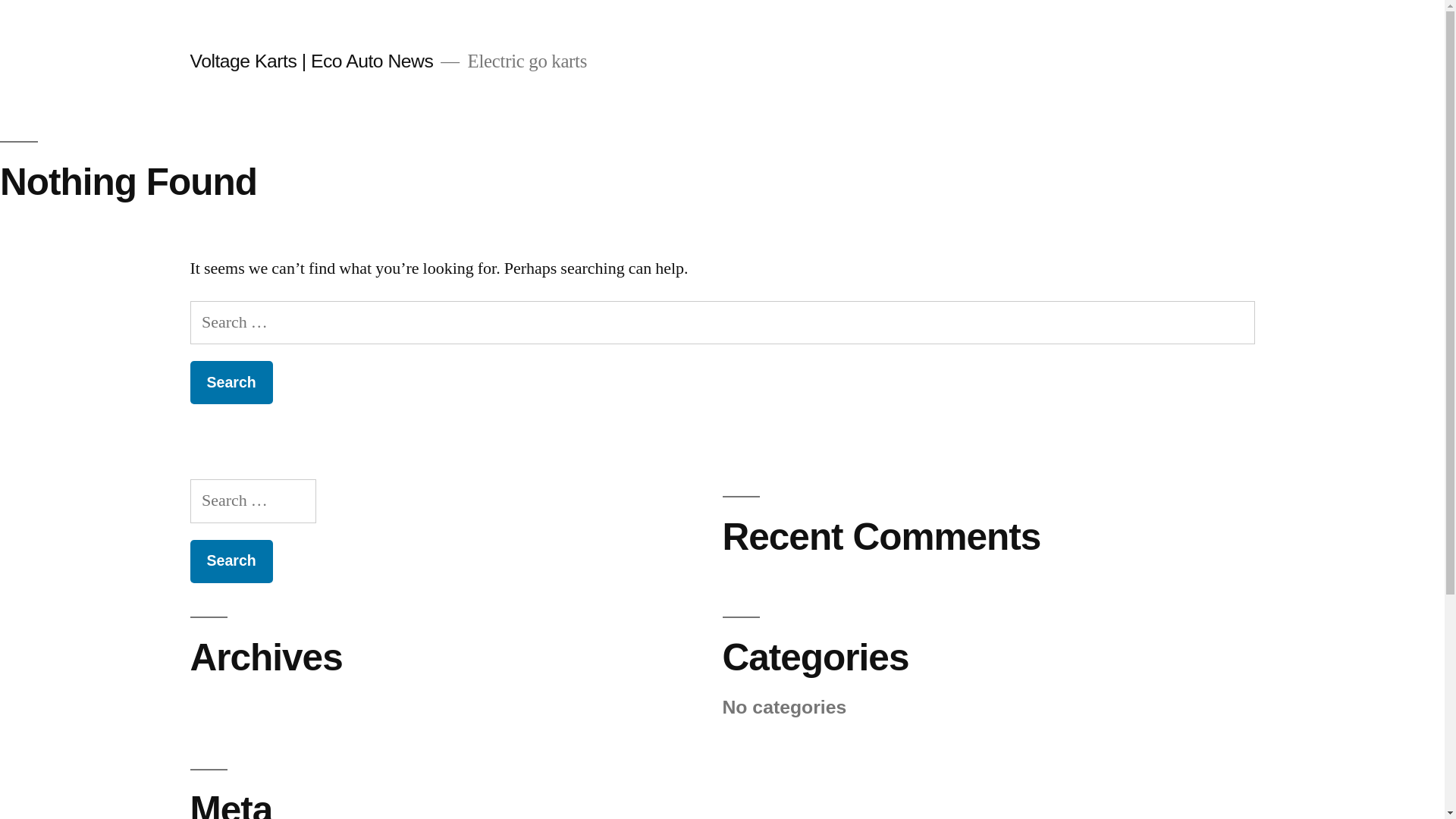 This screenshot has width=1456, height=819. I want to click on 'Search', so click(230, 561).